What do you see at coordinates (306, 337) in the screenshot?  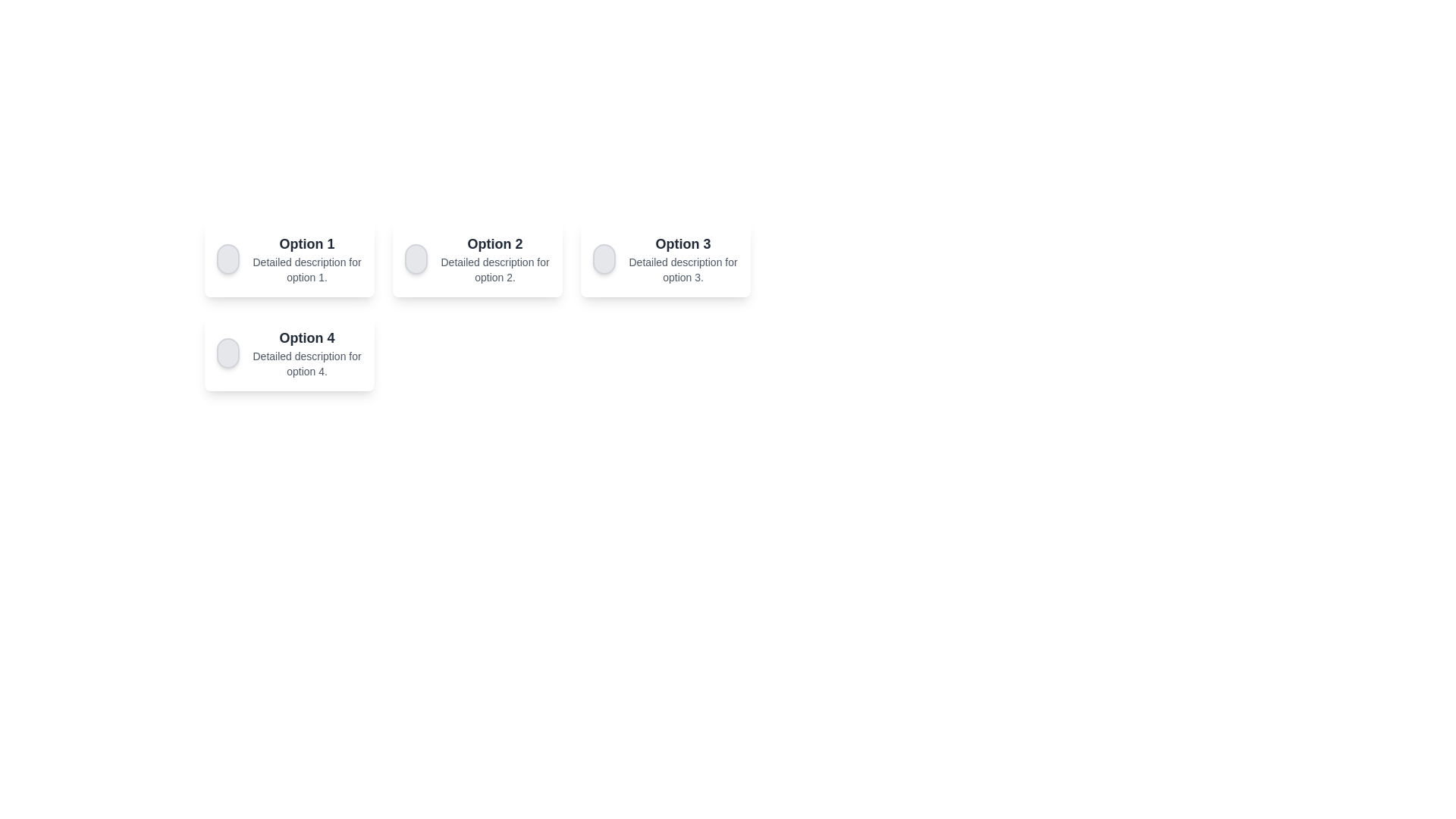 I see `the Header label displaying 'Option 4', which is a bold, prominently styled text in dark gray color` at bounding box center [306, 337].